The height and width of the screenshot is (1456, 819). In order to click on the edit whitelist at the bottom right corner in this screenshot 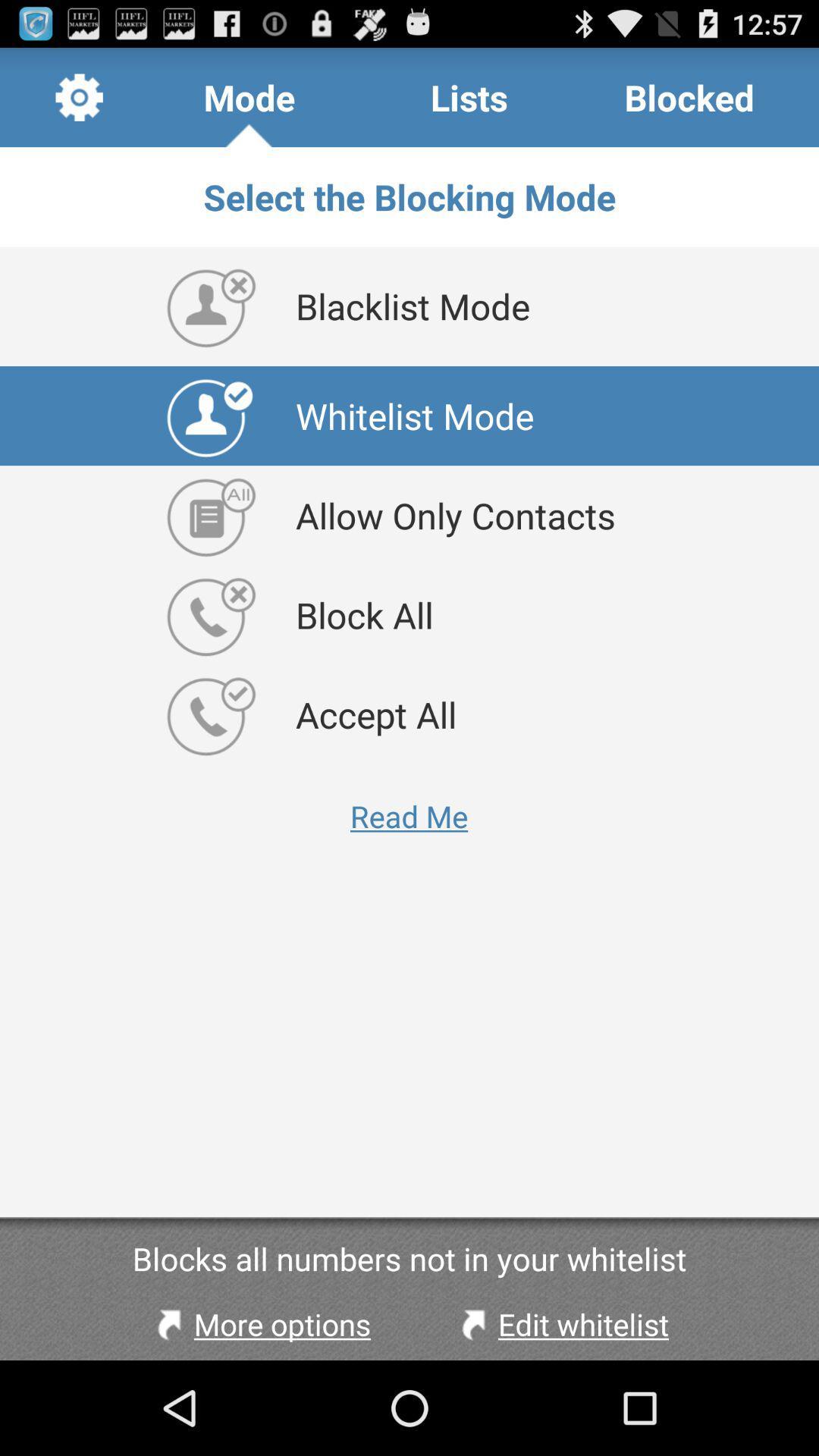, I will do `click(561, 1323)`.